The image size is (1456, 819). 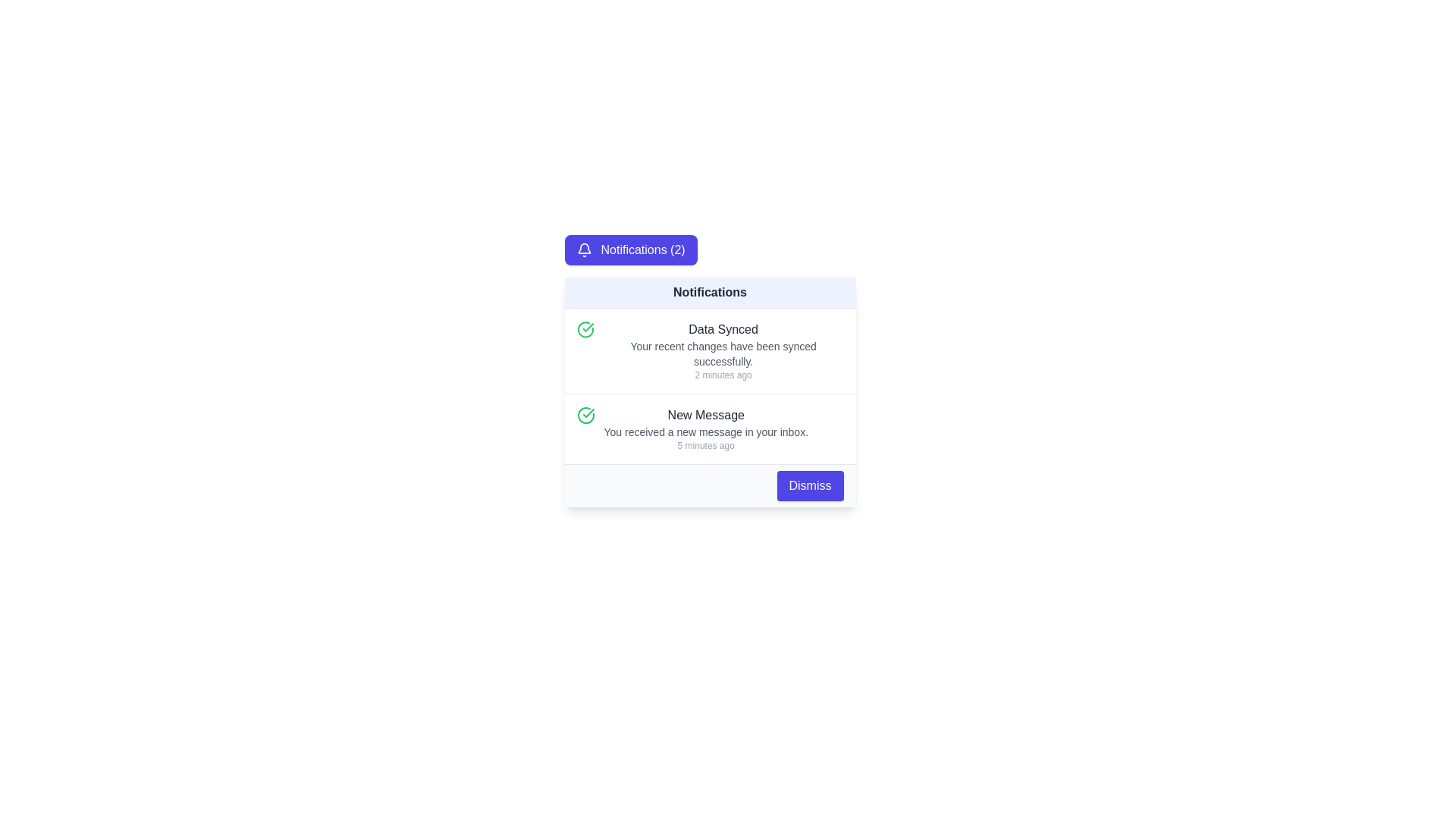 What do you see at coordinates (705, 429) in the screenshot?
I see `the static text notification titled 'New Message', which includes the message 'You received a new message in your inbox' and the timestamp '5 minutes ago'` at bounding box center [705, 429].